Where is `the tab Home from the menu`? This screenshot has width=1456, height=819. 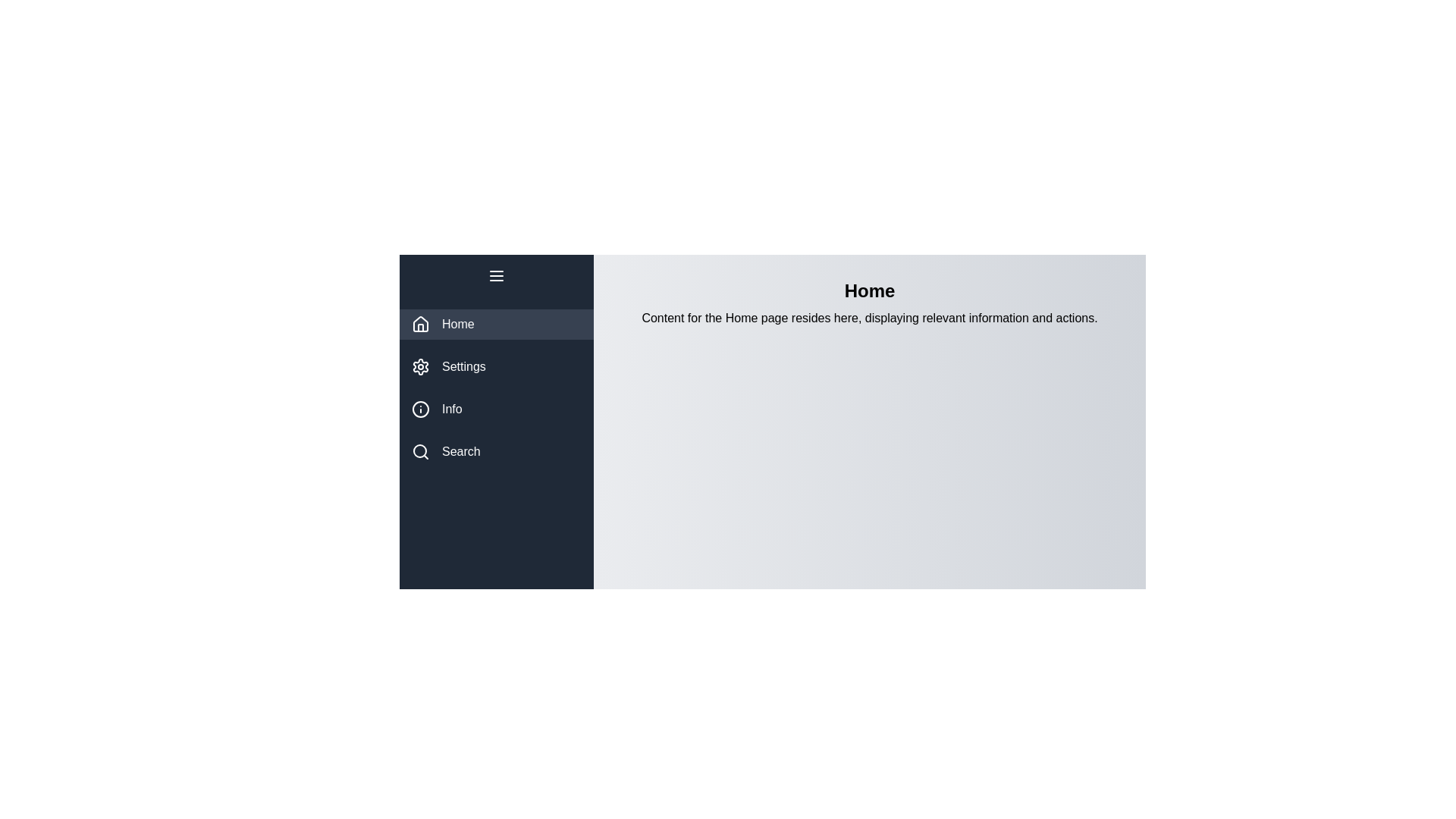
the tab Home from the menu is located at coordinates (496, 324).